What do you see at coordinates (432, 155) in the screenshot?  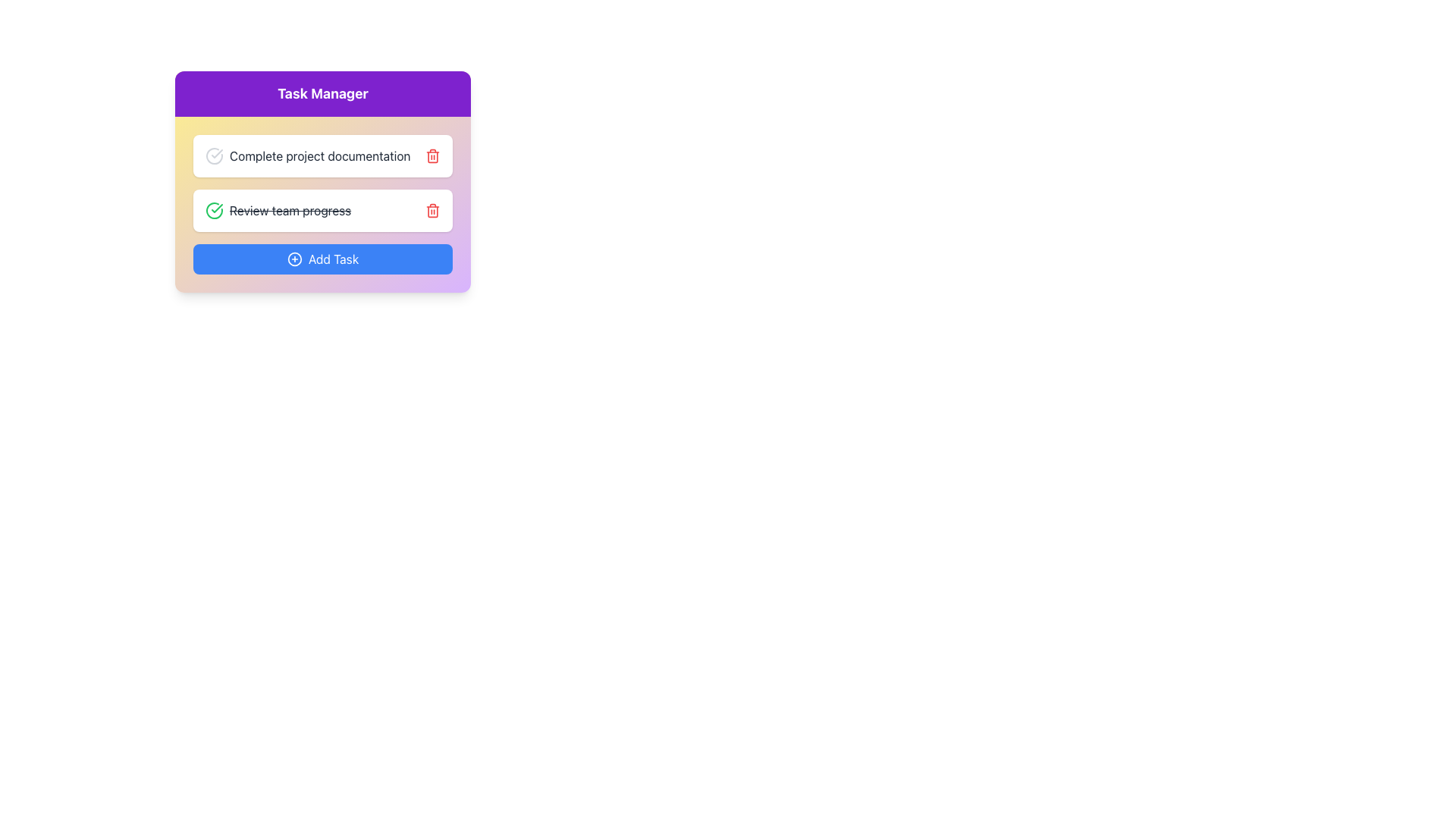 I see `the trash/deletion action icon located at the far right of the 'Complete project documentation' task row` at bounding box center [432, 155].